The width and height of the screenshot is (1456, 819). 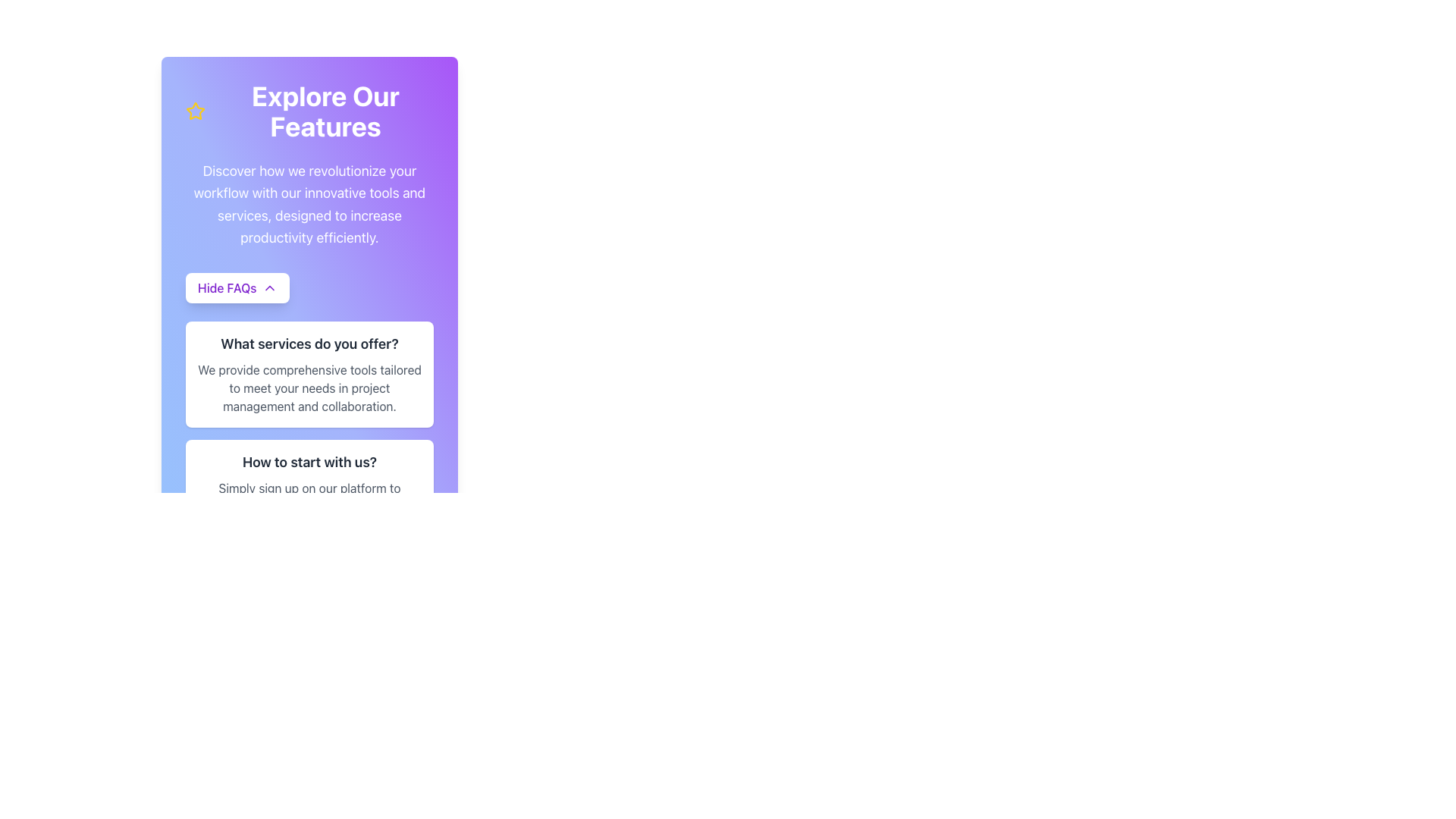 I want to click on information displayed in the Text Content Block titled 'What services do you offer?' which contains a brief description of their services, so click(x=309, y=409).